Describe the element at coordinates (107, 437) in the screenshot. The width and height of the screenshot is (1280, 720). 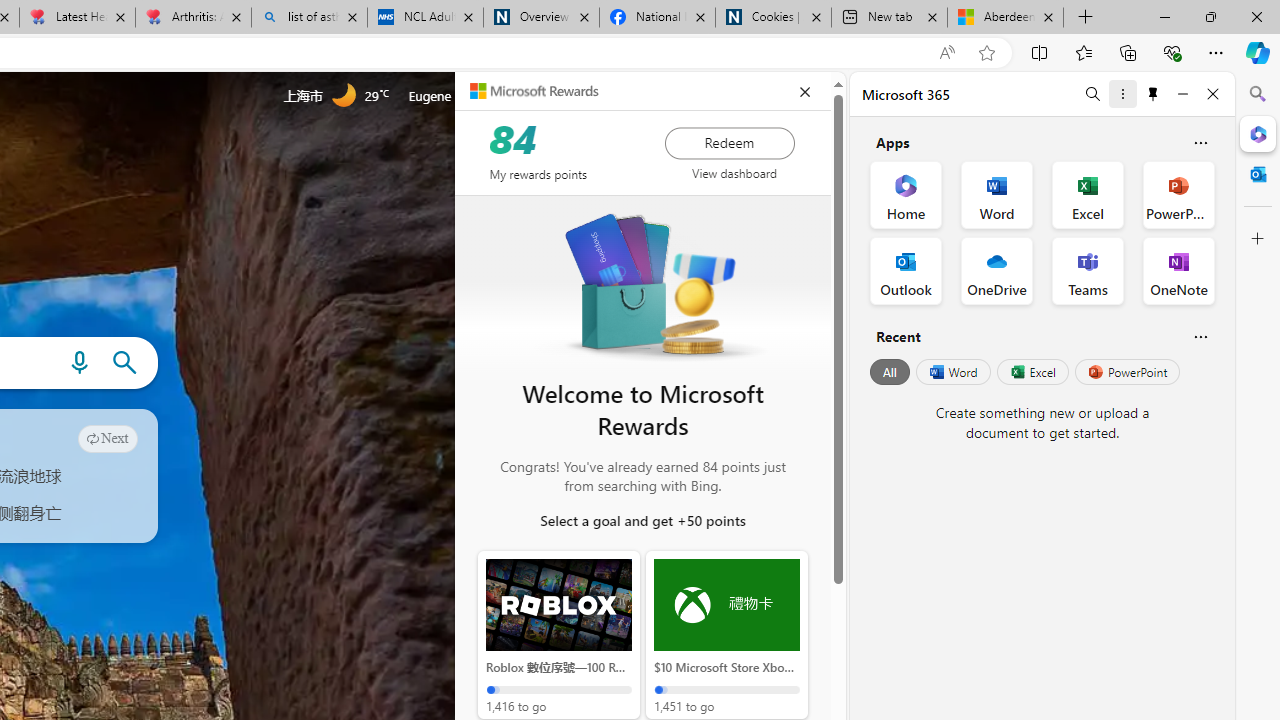
I see `'Next'` at that location.